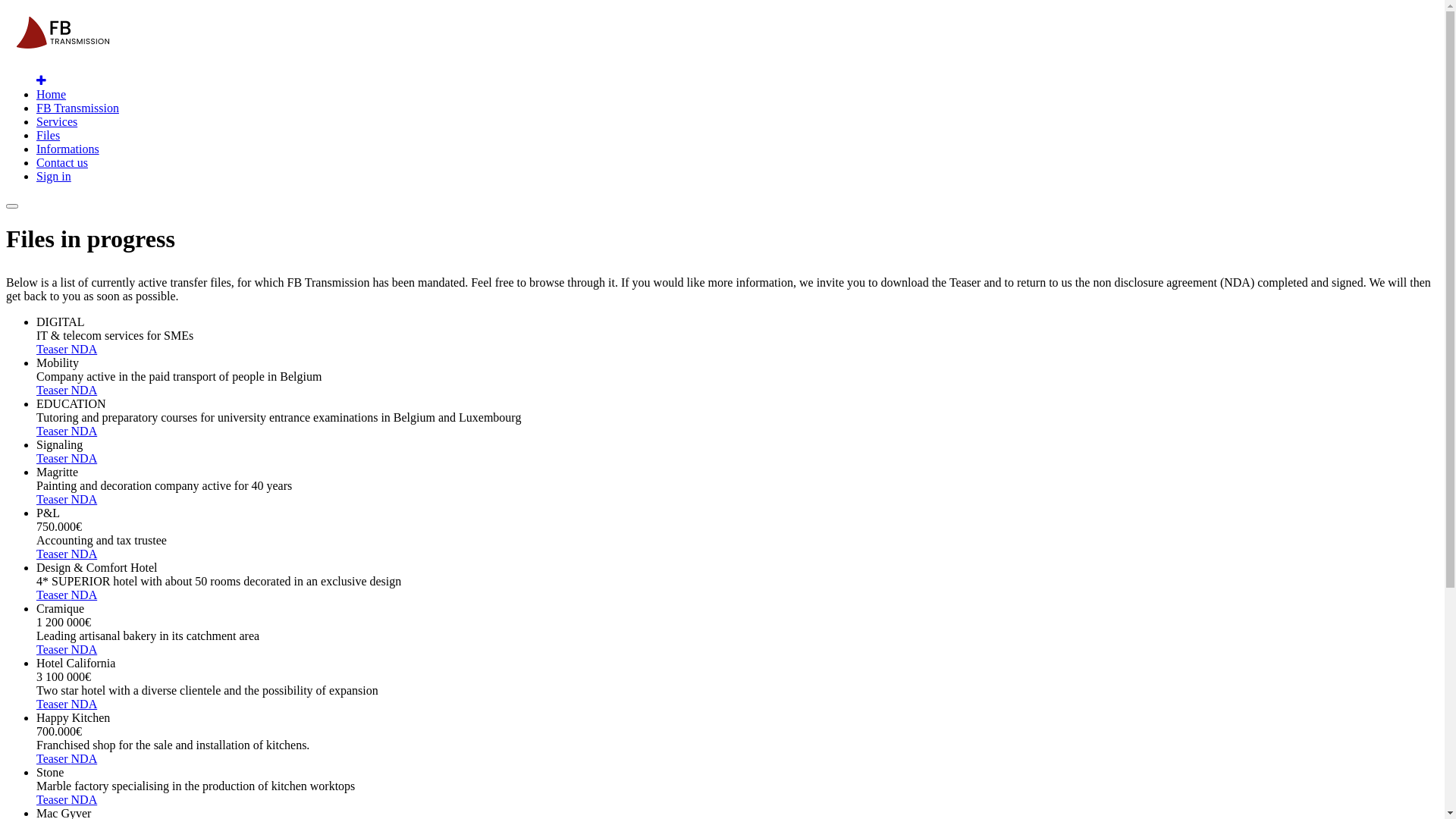 Image resolution: width=1456 pixels, height=819 pixels. I want to click on 'NDA', so click(83, 799).